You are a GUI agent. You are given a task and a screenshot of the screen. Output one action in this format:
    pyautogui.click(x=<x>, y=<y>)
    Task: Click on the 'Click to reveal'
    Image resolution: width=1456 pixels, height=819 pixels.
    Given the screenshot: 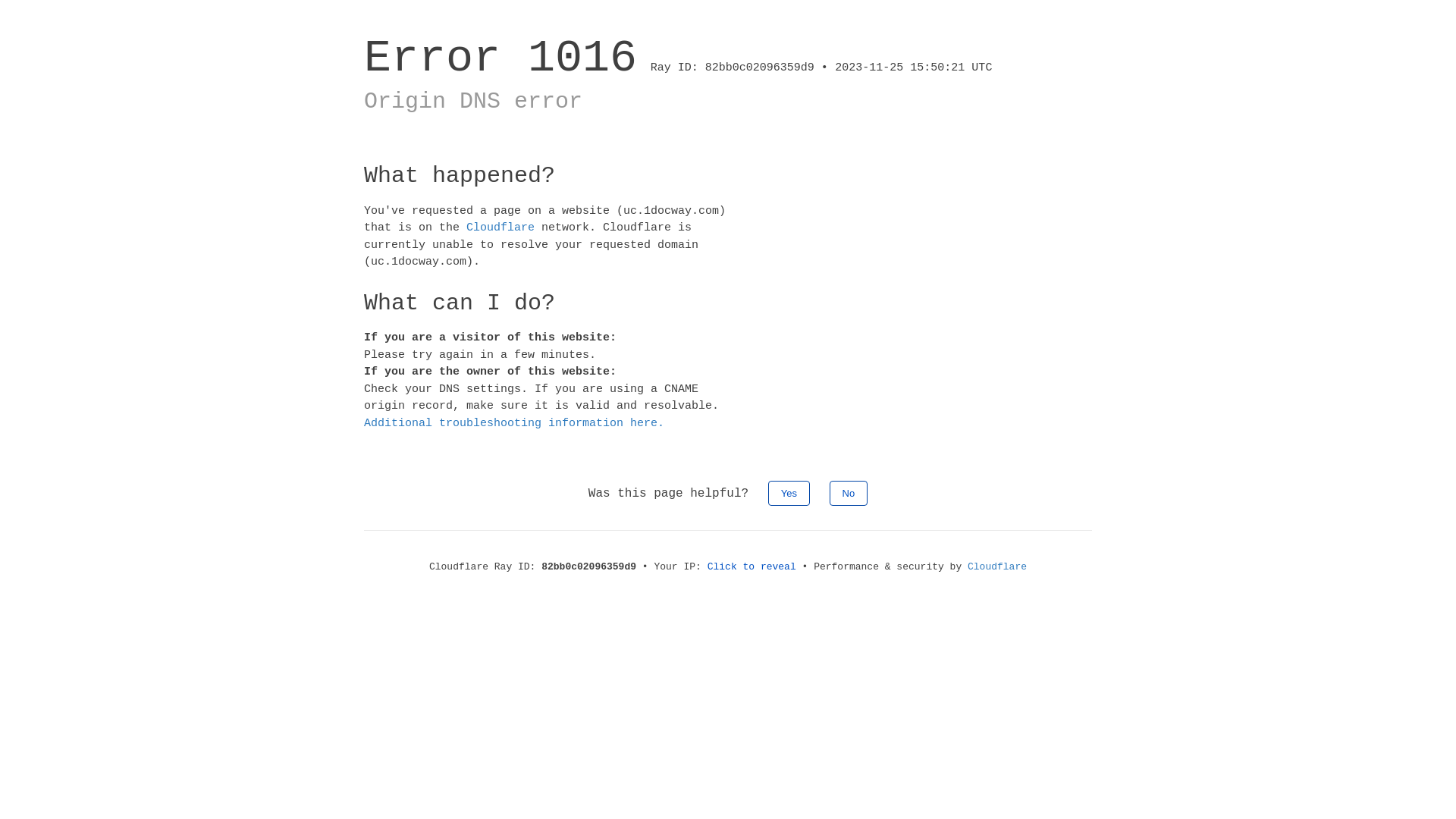 What is the action you would take?
    pyautogui.click(x=752, y=566)
    